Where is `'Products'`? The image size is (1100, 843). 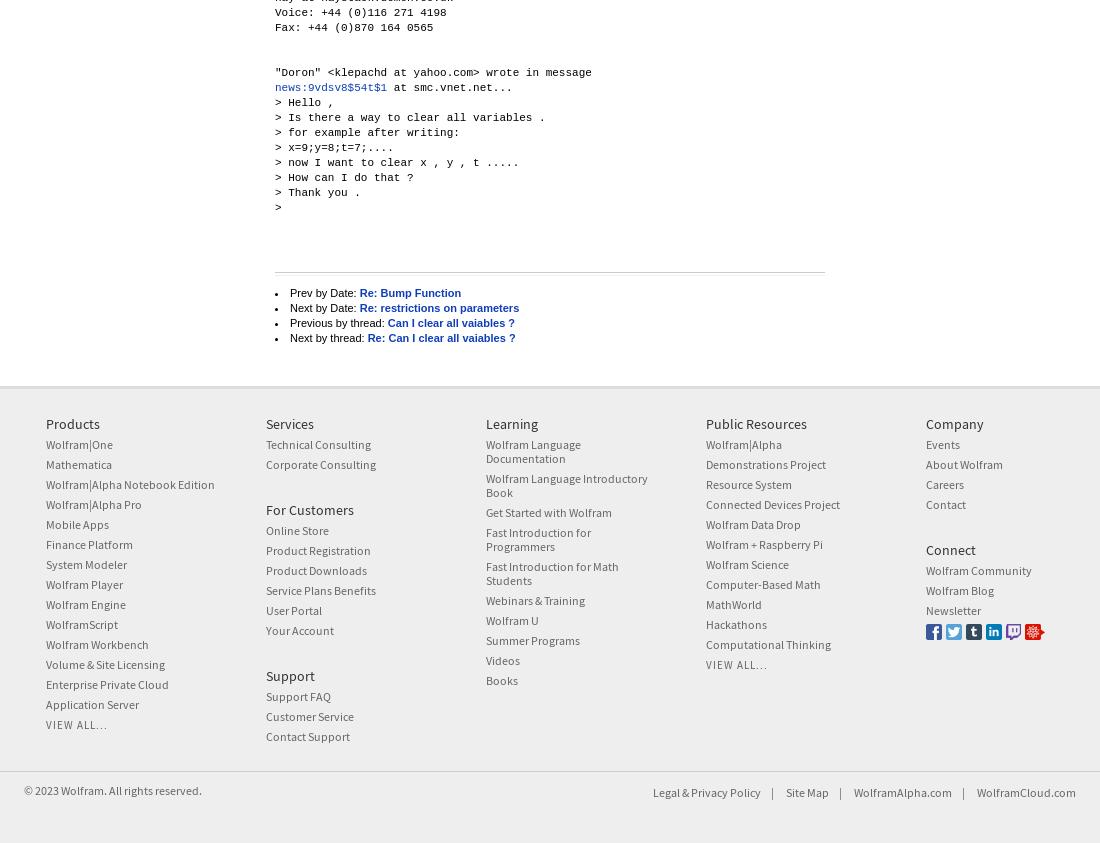 'Products' is located at coordinates (44, 424).